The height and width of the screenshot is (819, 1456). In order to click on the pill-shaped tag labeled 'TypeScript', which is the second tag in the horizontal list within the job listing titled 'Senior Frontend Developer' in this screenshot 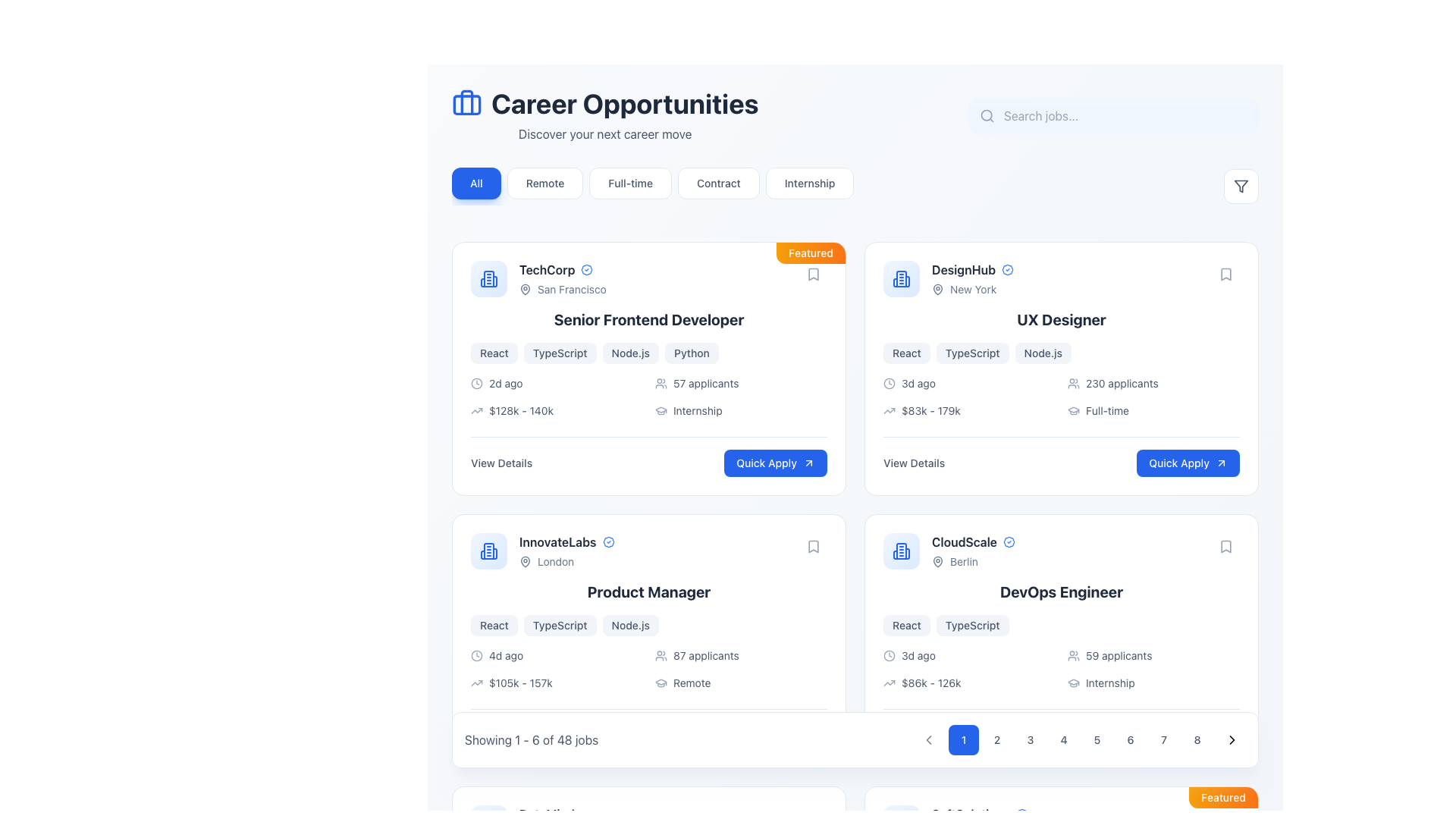, I will do `click(559, 353)`.